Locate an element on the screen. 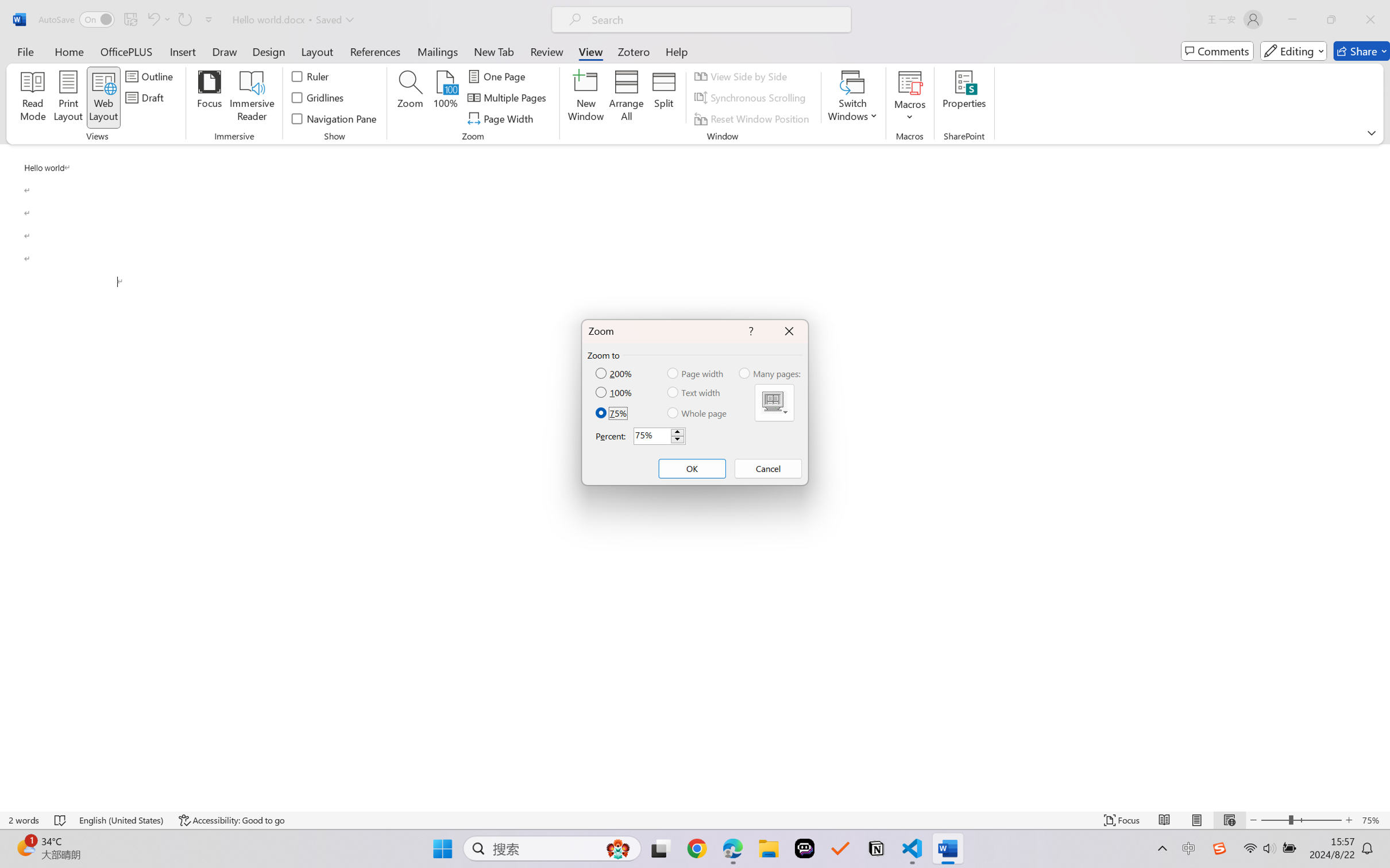  'Outline' is located at coordinates (150, 75).